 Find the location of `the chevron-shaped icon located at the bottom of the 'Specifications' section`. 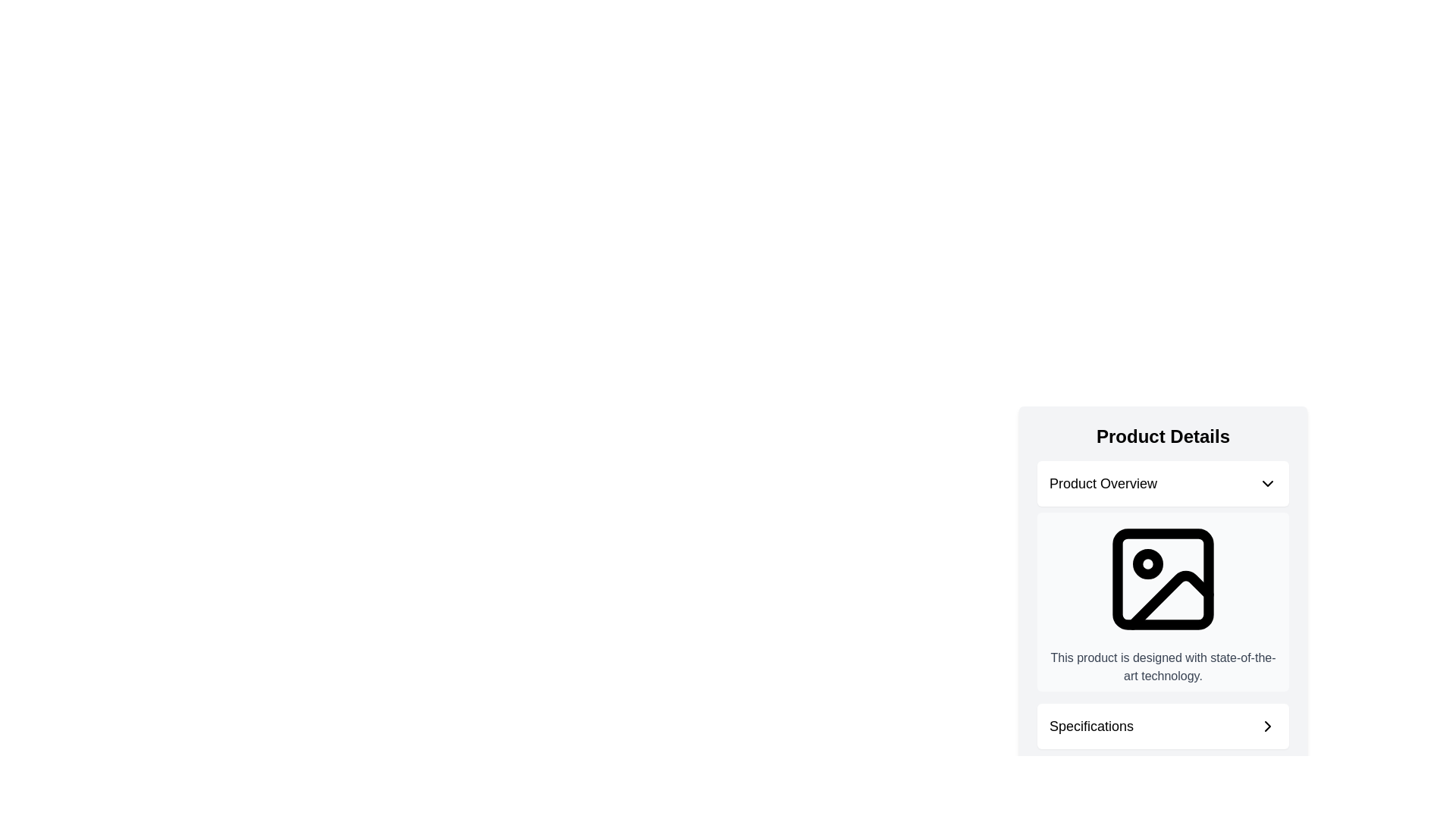

the chevron-shaped icon located at the bottom of the 'Specifications' section is located at coordinates (1267, 725).